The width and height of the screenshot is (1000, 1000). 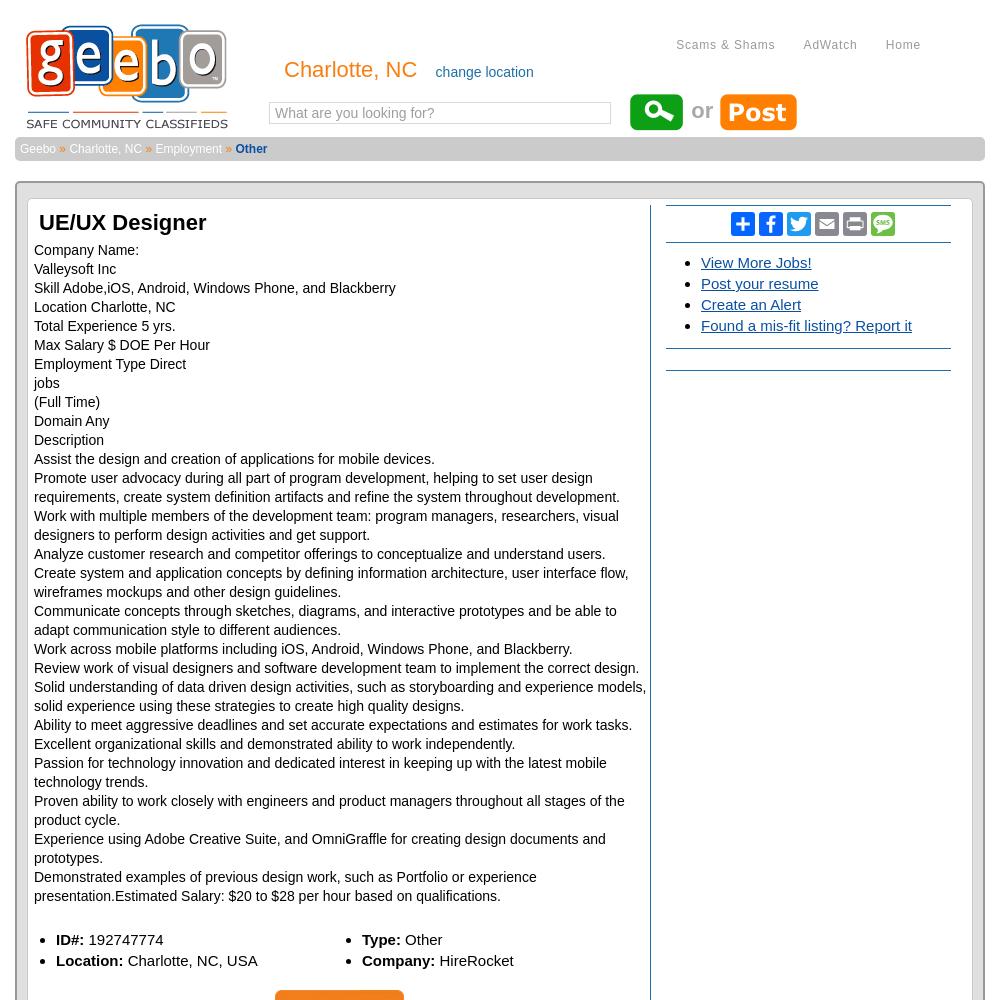 I want to click on 'UE/UX Designer', so click(x=121, y=221).